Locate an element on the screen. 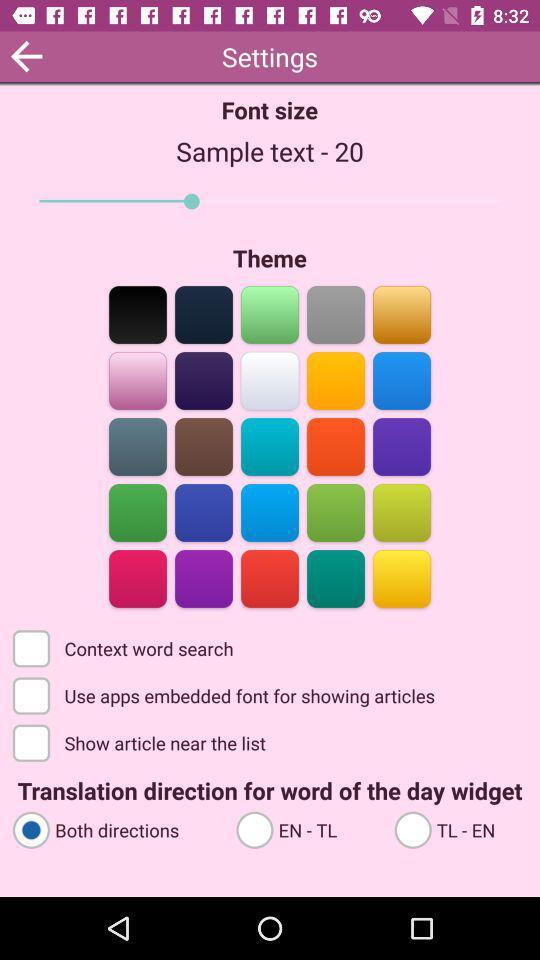 This screenshot has height=960, width=540. item above the use apps embedded checkbox is located at coordinates (125, 646).